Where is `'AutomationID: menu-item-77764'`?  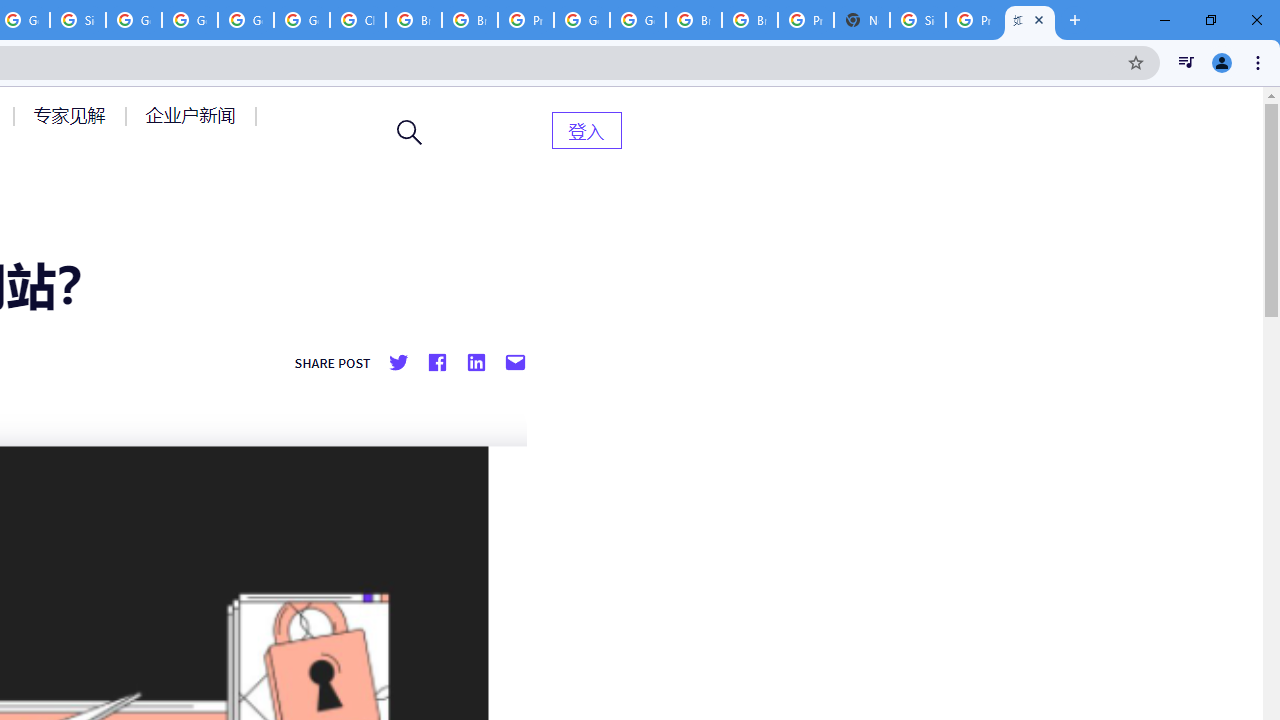 'AutomationID: menu-item-77764' is located at coordinates (72, 115).